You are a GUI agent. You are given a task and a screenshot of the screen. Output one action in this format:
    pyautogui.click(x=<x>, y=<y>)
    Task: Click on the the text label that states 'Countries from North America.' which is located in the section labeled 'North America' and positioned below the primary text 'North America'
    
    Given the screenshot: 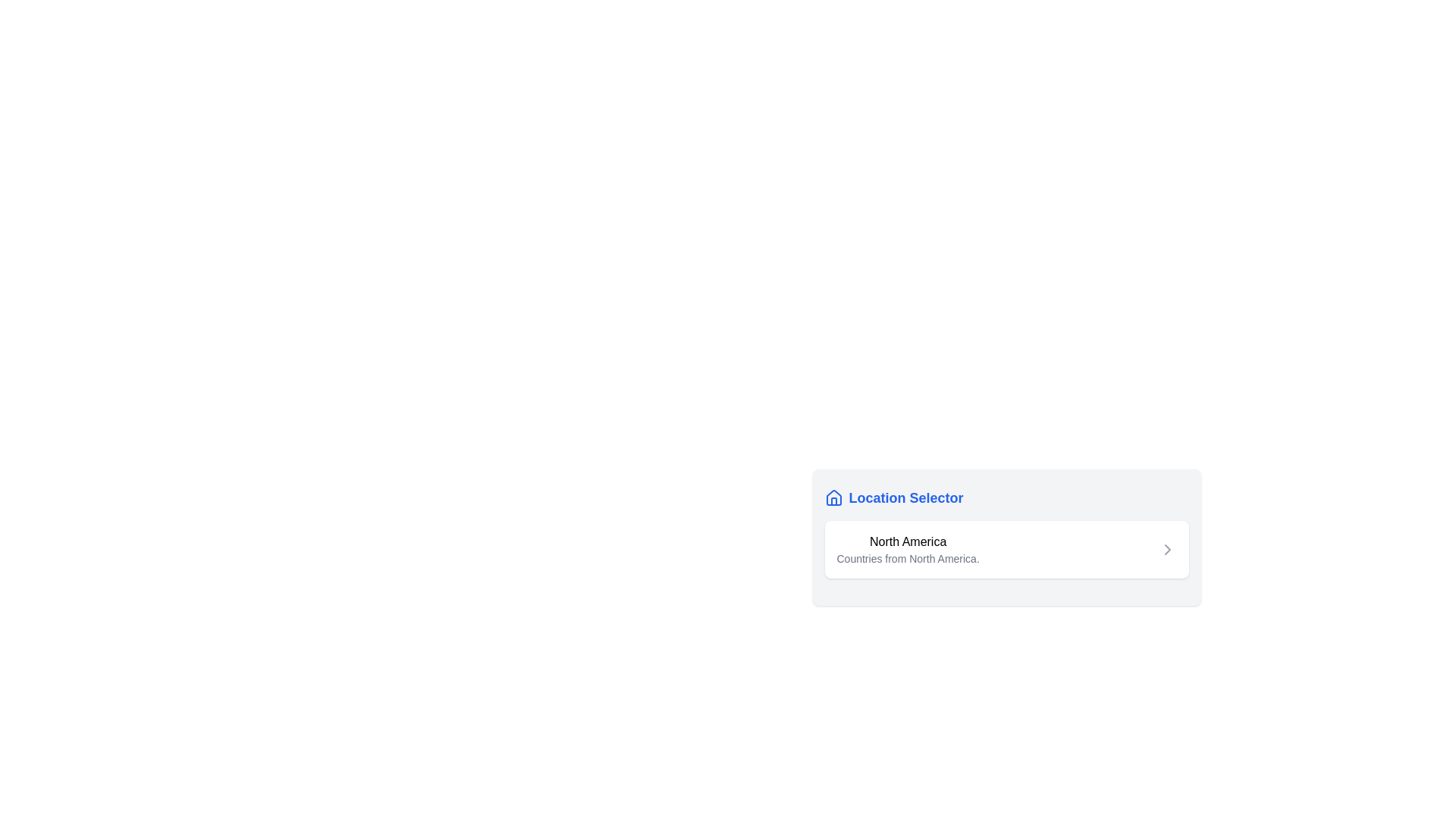 What is the action you would take?
    pyautogui.click(x=908, y=558)
    